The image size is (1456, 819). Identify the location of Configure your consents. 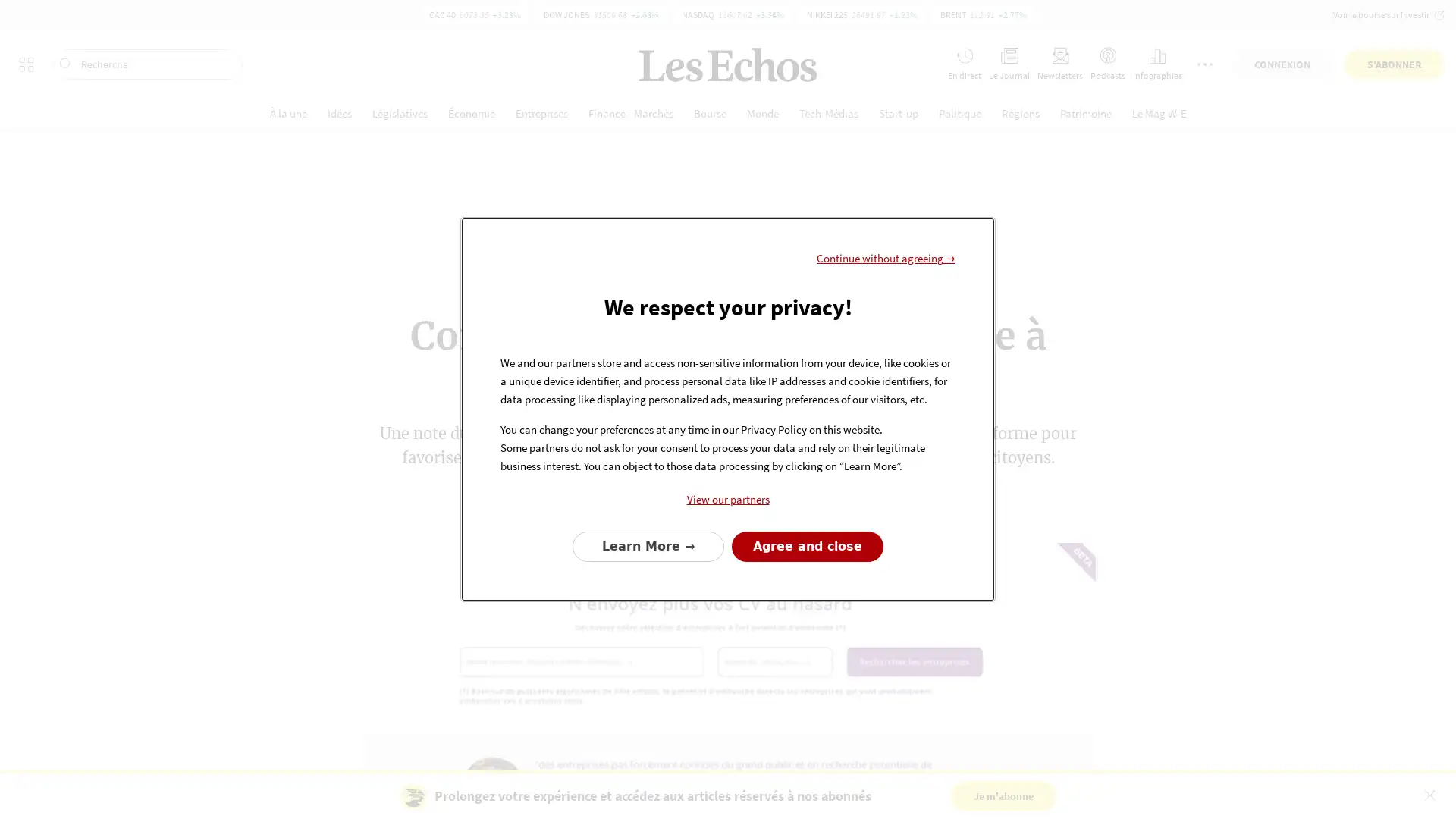
(648, 546).